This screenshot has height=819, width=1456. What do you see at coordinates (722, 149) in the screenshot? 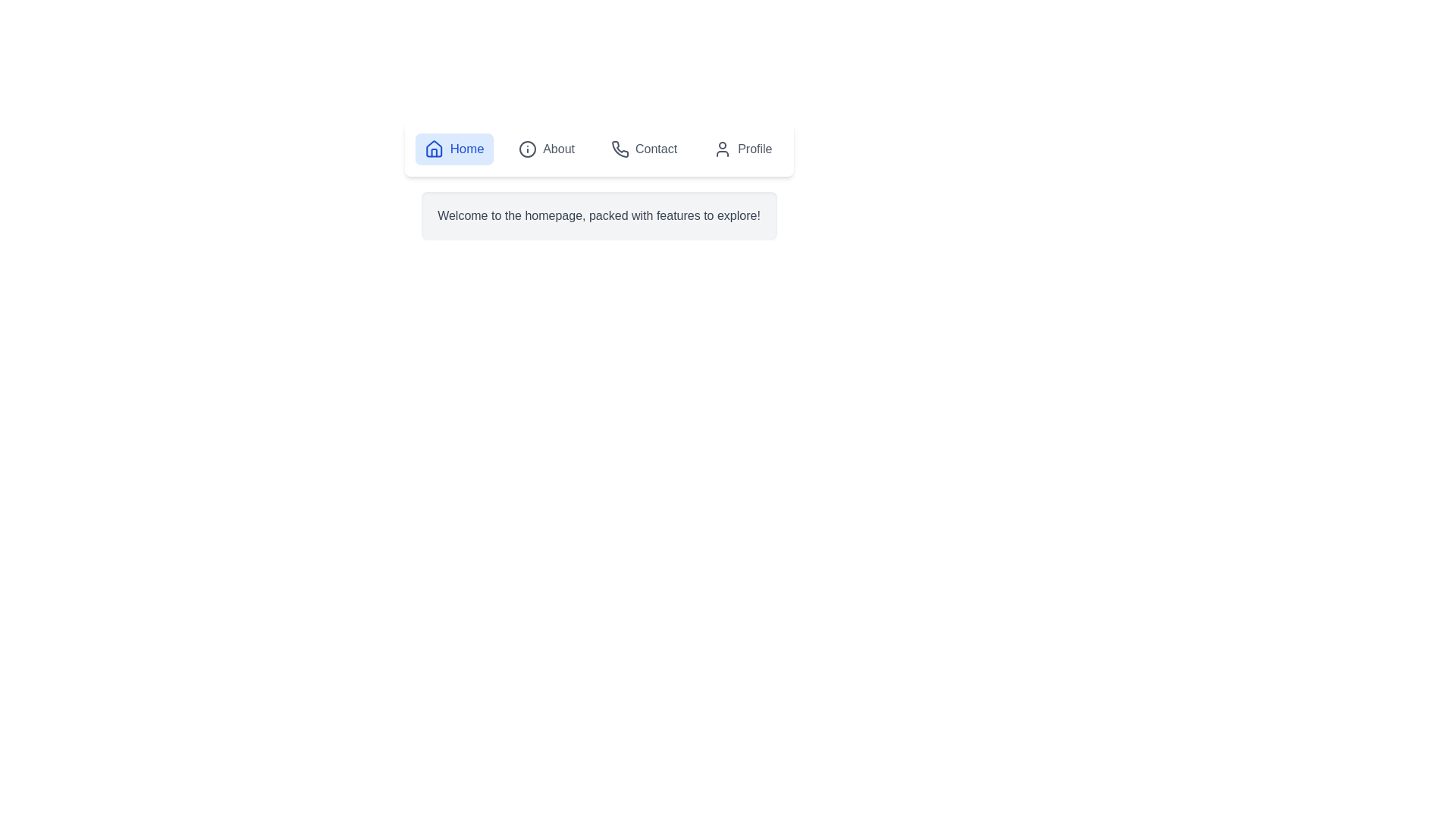
I see `the icon of the Profile tab` at bounding box center [722, 149].